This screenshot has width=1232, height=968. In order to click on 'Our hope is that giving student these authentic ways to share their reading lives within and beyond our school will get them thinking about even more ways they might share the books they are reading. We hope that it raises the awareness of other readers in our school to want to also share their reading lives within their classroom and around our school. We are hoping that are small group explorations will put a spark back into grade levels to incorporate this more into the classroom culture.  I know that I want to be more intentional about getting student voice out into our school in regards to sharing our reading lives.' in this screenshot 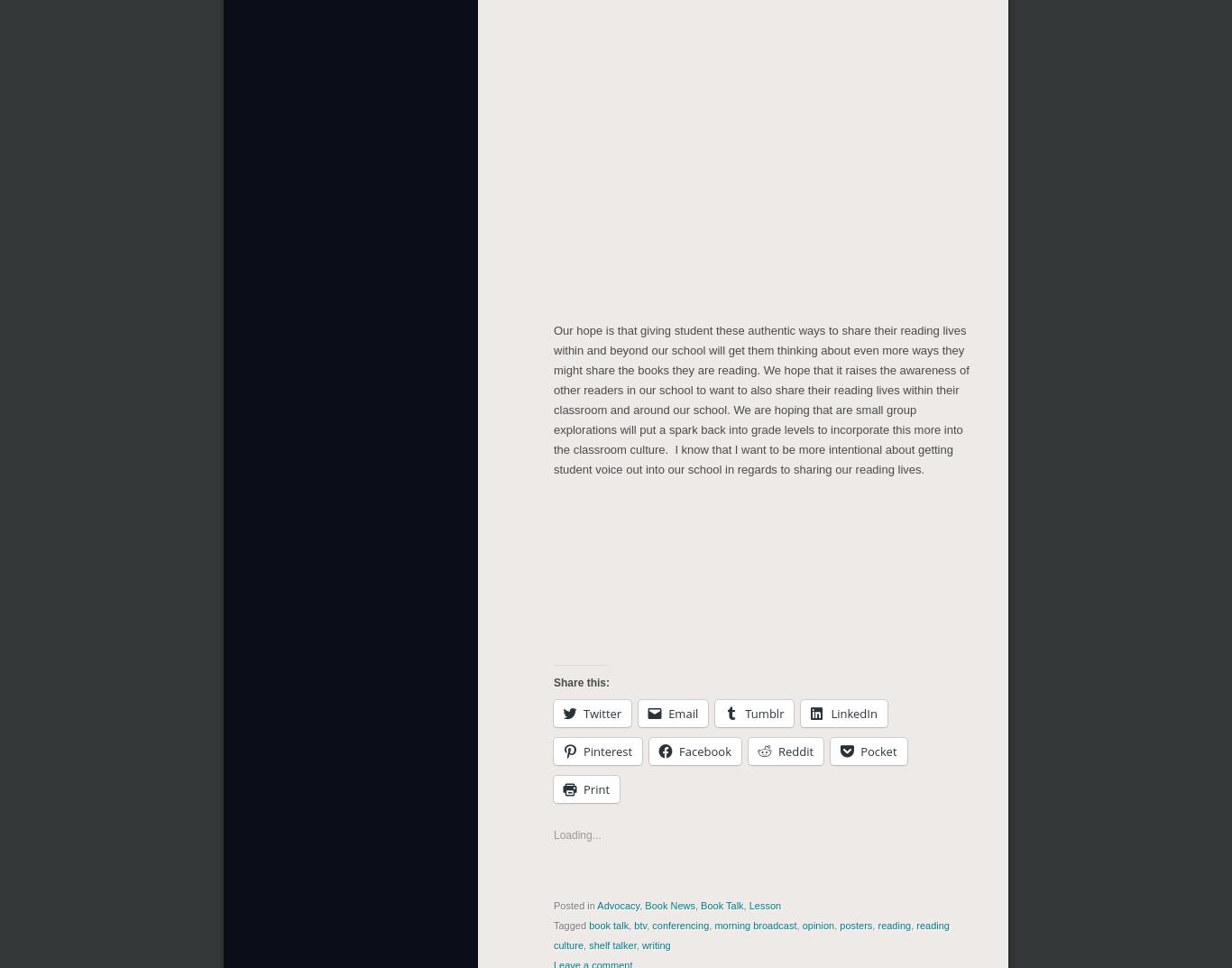, I will do `click(760, 400)`.